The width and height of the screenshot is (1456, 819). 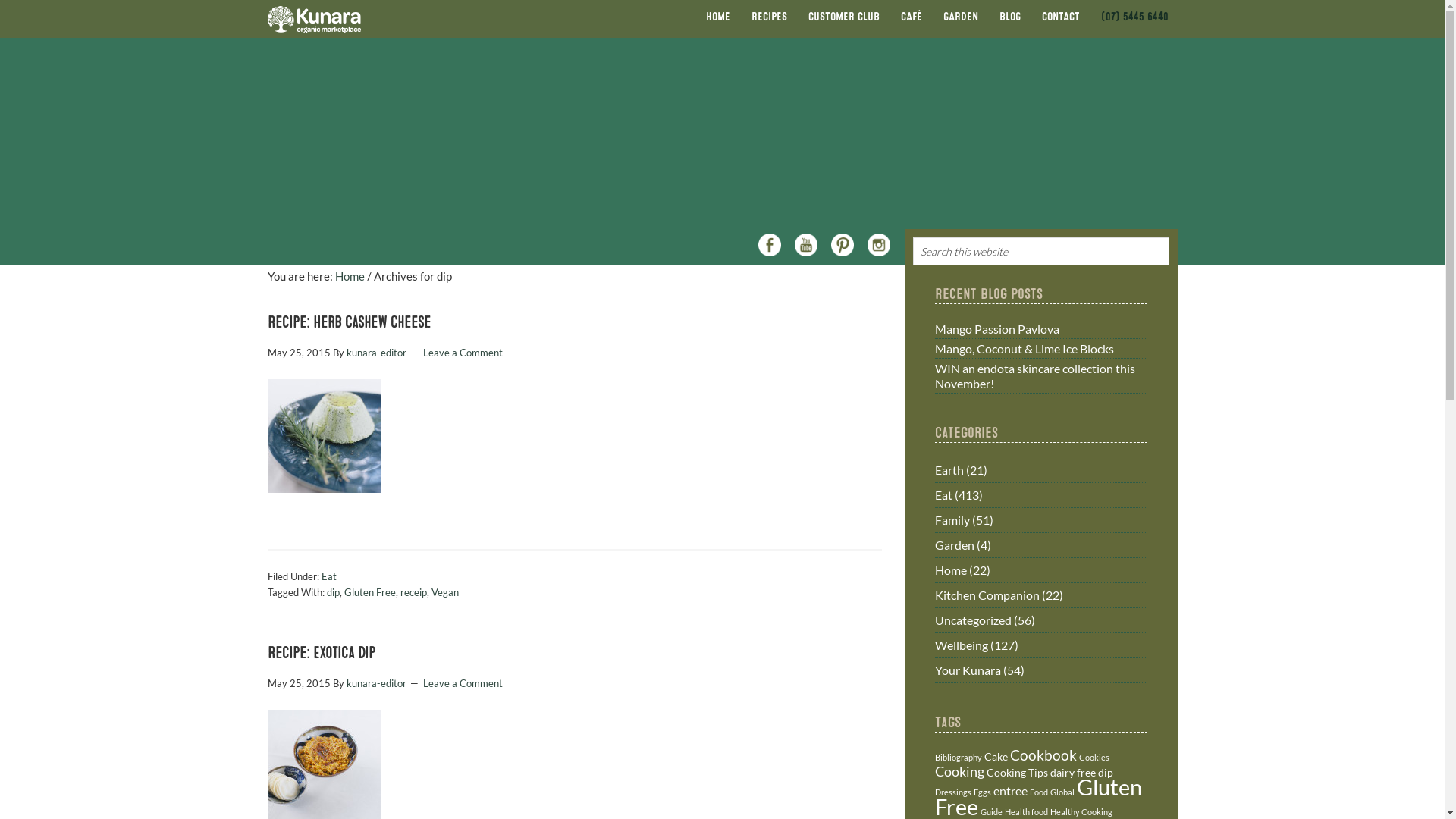 I want to click on 'CONTACT', so click(x=1059, y=17).